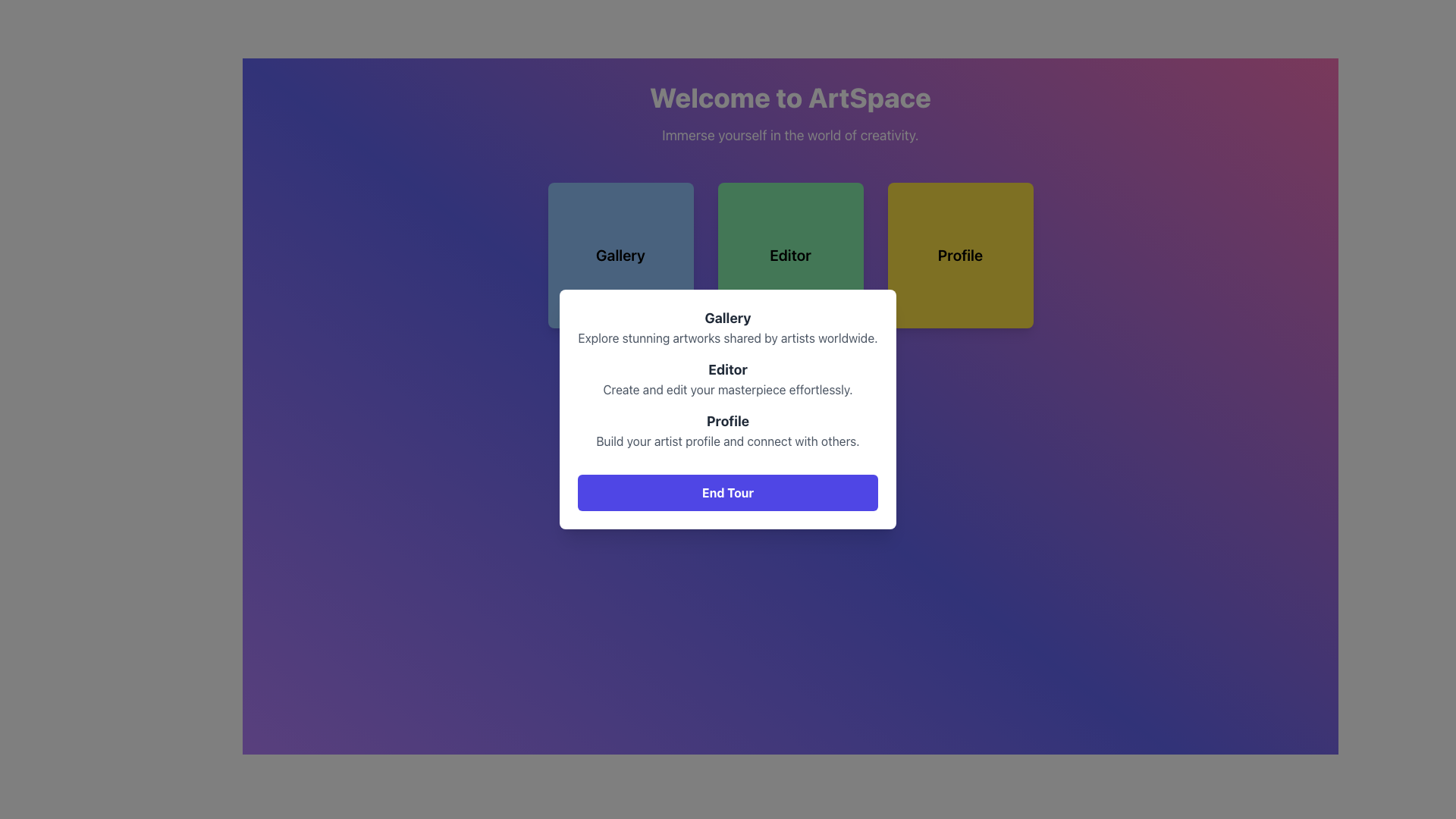 The image size is (1456, 819). I want to click on the 'Editor' button, which is the second button in a row of three horizontally-aligned buttons, so click(789, 254).